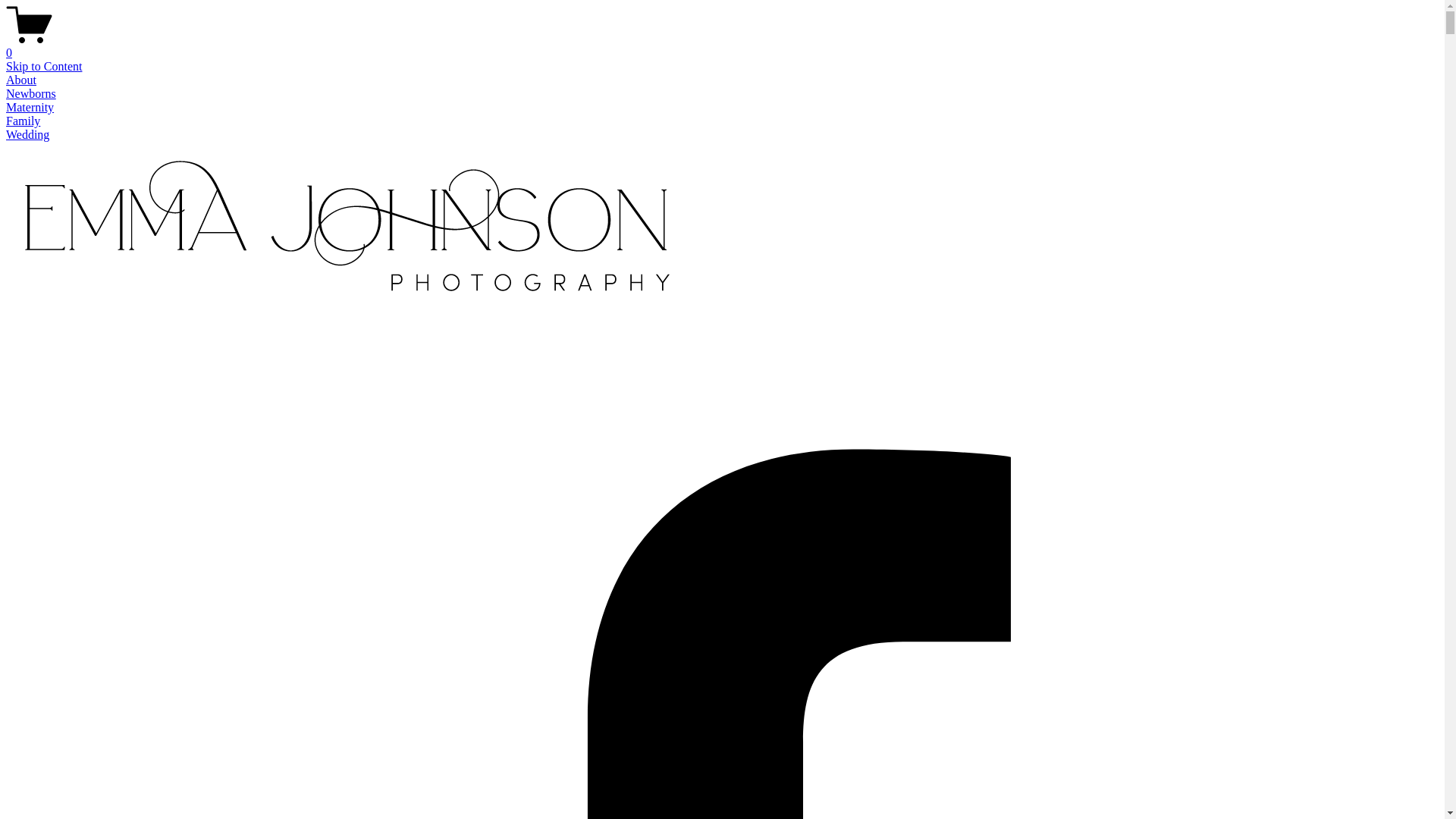 This screenshot has width=1456, height=819. I want to click on 'Newborns', so click(31, 93).